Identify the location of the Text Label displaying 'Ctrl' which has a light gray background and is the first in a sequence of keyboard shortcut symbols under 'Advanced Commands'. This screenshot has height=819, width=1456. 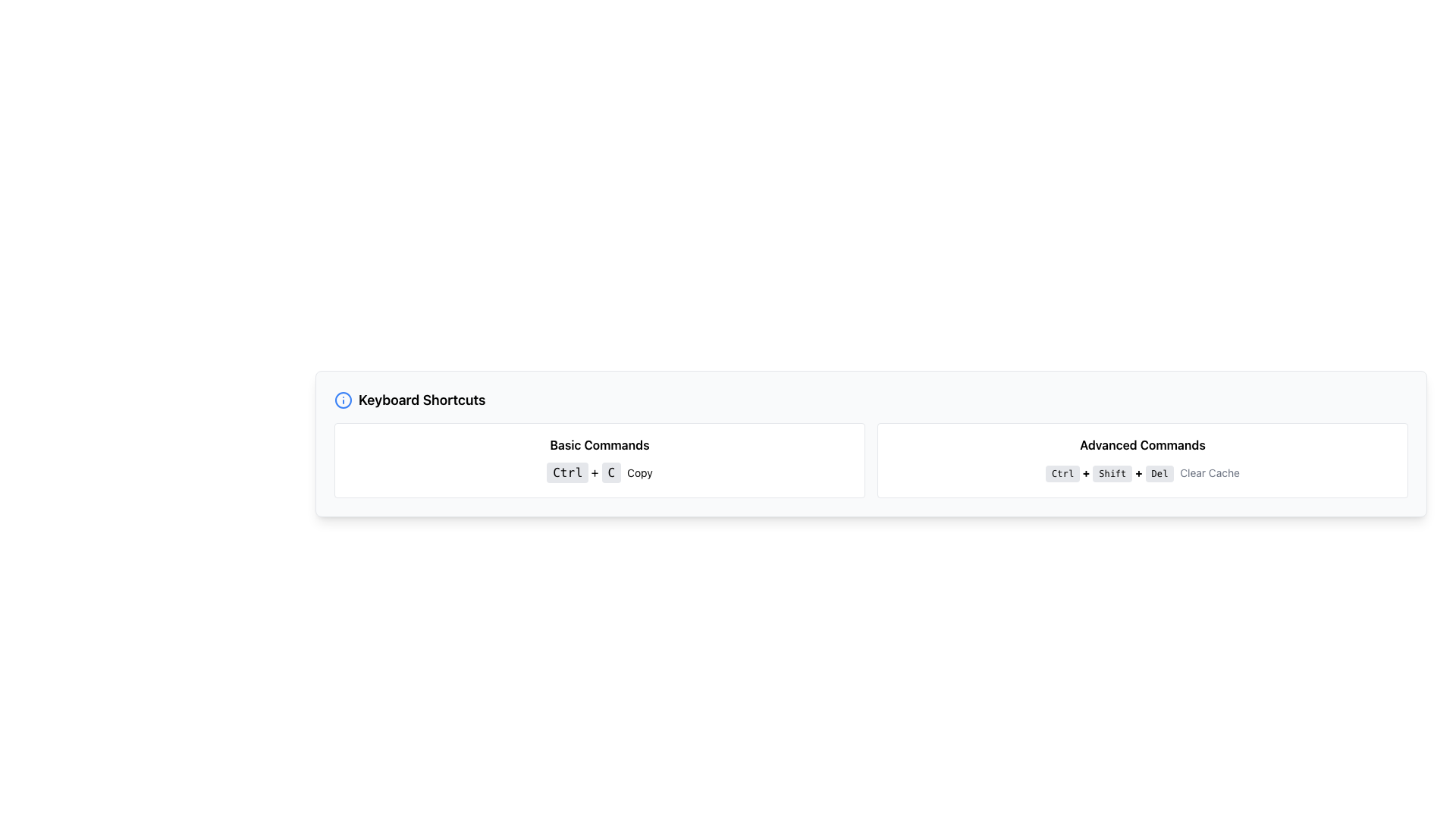
(1062, 472).